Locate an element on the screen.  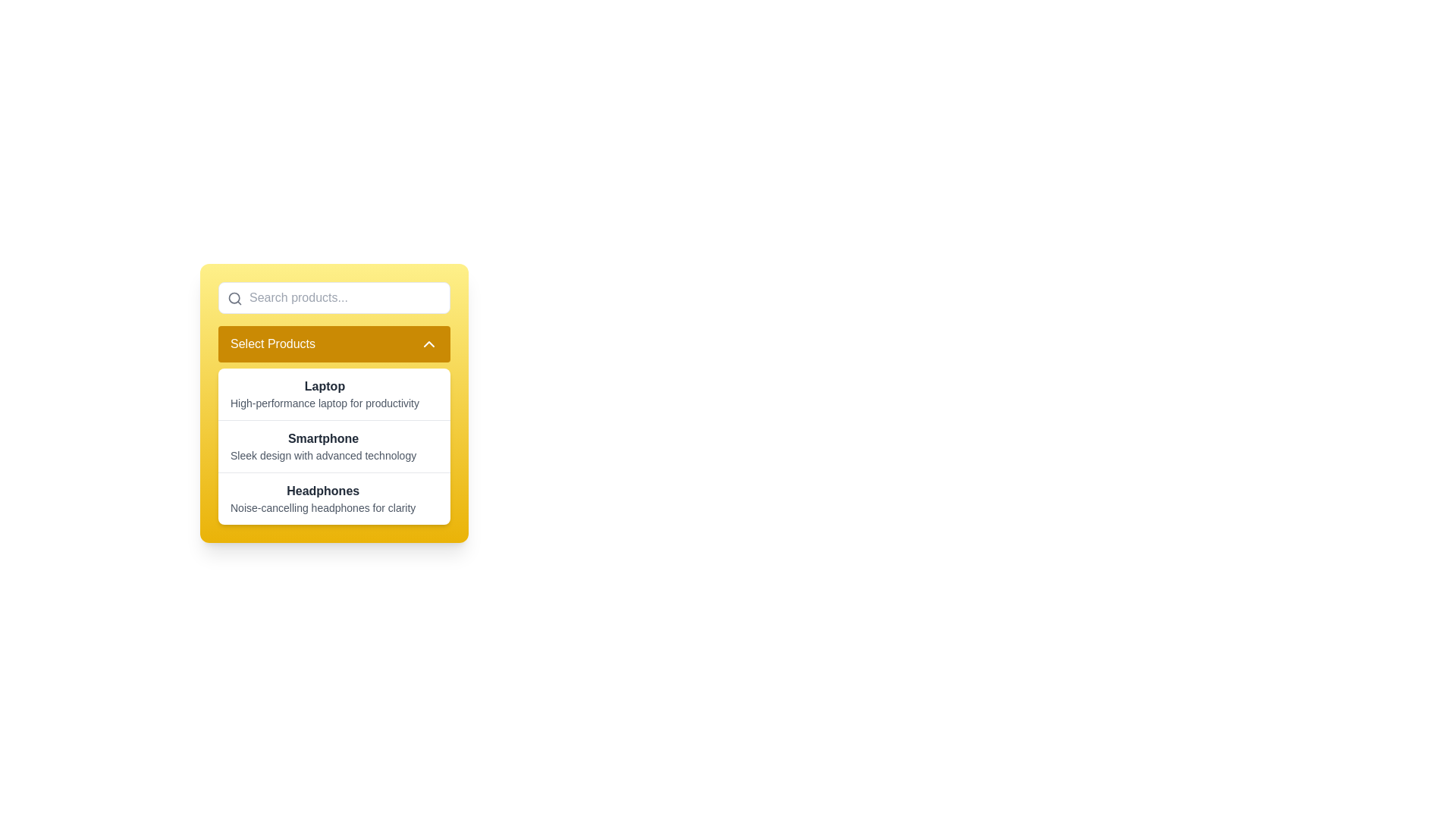
the SVG circle located at the center of the search icon in the search bar at the top left corner of the input field is located at coordinates (234, 298).